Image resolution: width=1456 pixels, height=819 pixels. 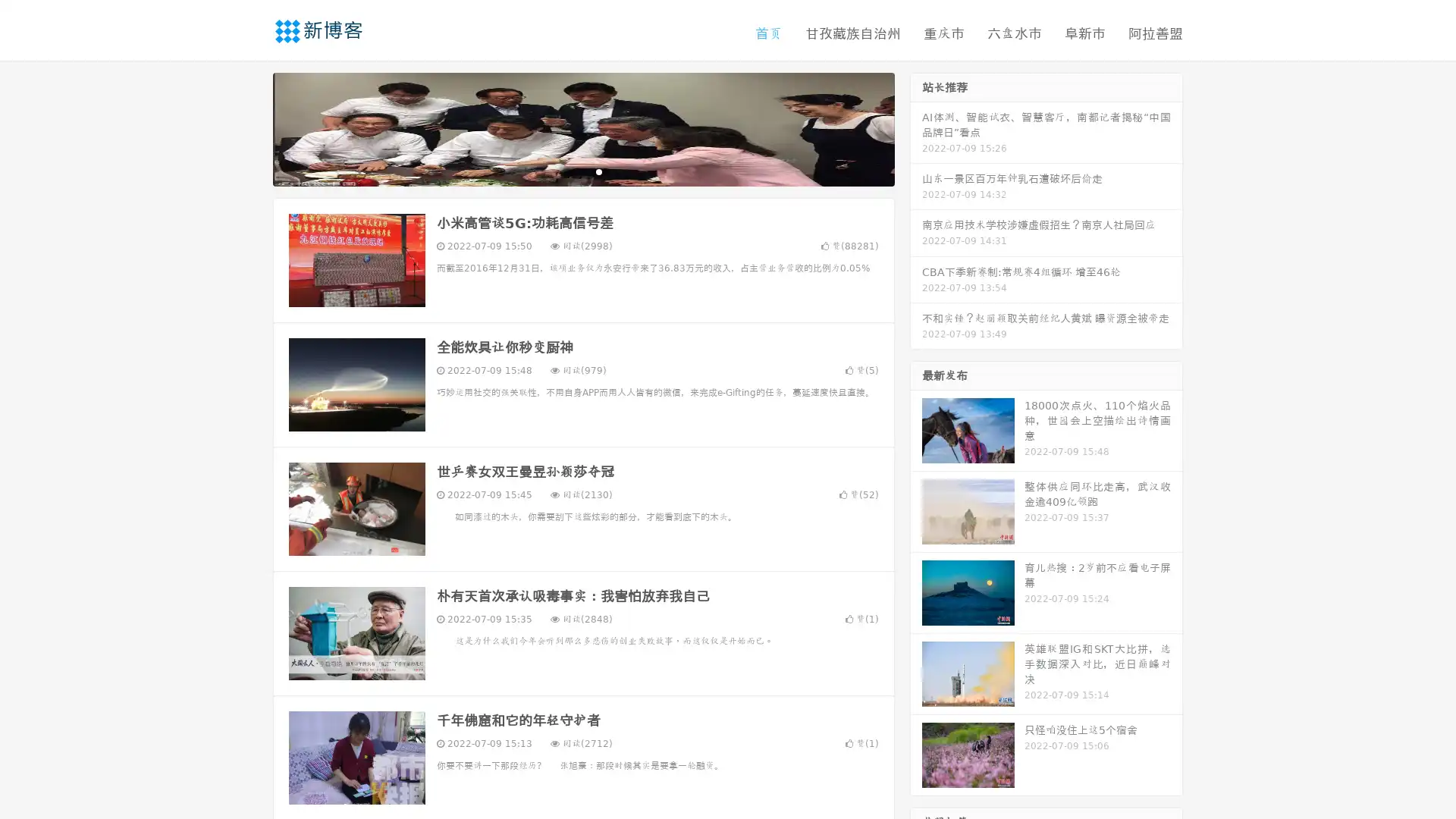 What do you see at coordinates (598, 171) in the screenshot?
I see `Go to slide 3` at bounding box center [598, 171].